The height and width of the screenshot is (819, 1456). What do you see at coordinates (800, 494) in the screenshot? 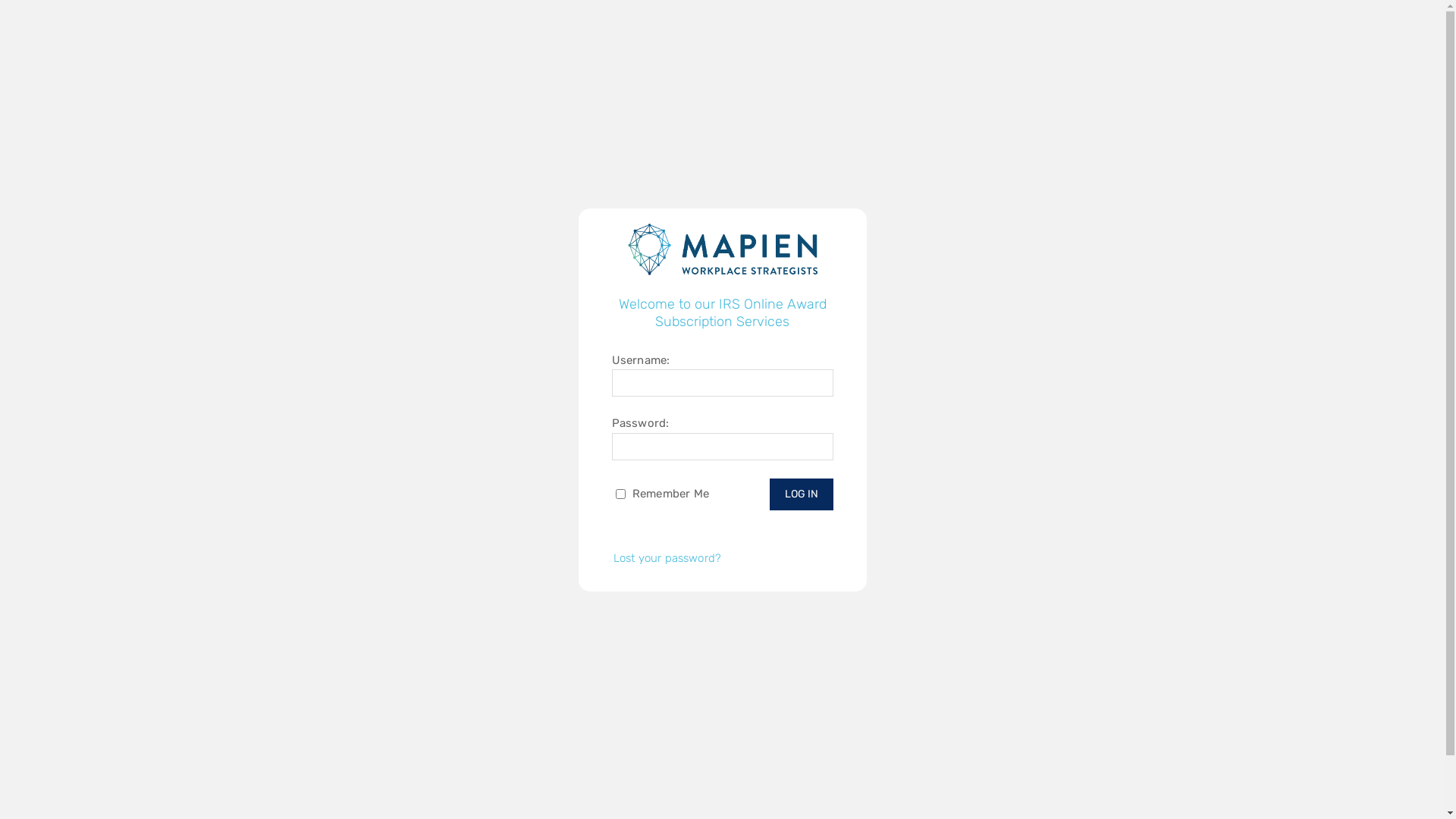
I see `'Log In'` at bounding box center [800, 494].